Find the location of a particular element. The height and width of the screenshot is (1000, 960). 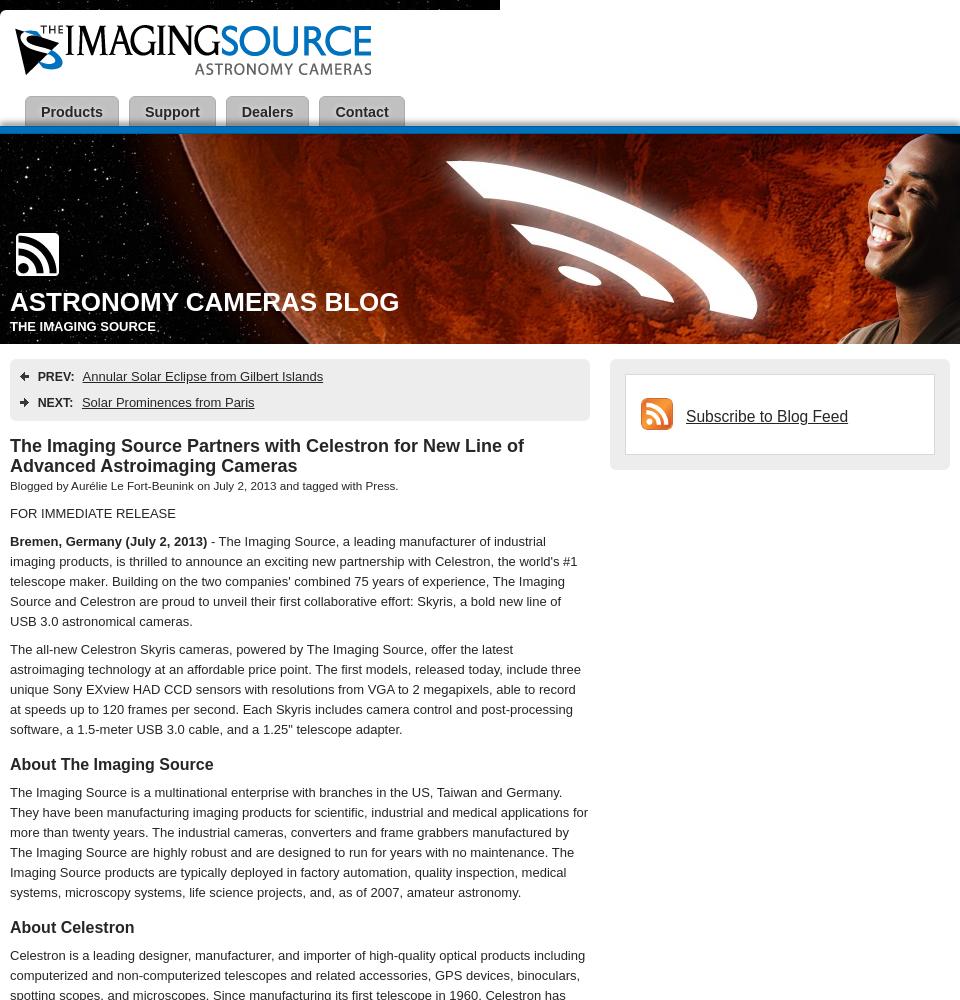

'on July 2, 2013 and tagged with' is located at coordinates (277, 484).